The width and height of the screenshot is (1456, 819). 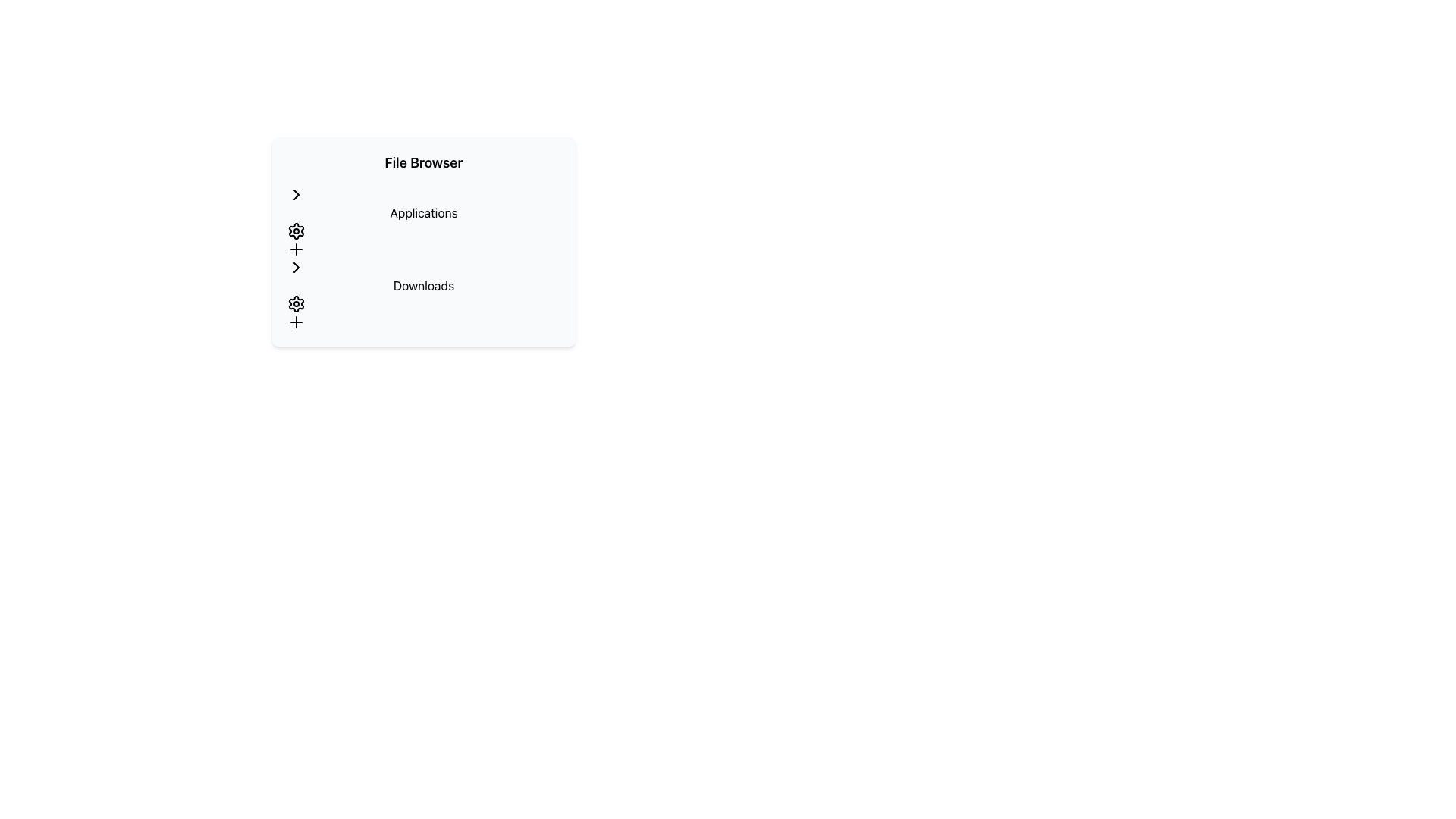 I want to click on the text label displaying 'Applications', which is styled with a standard font and a dark color, located to the left of 'Downloads' and below 'File Browser', so click(x=423, y=213).